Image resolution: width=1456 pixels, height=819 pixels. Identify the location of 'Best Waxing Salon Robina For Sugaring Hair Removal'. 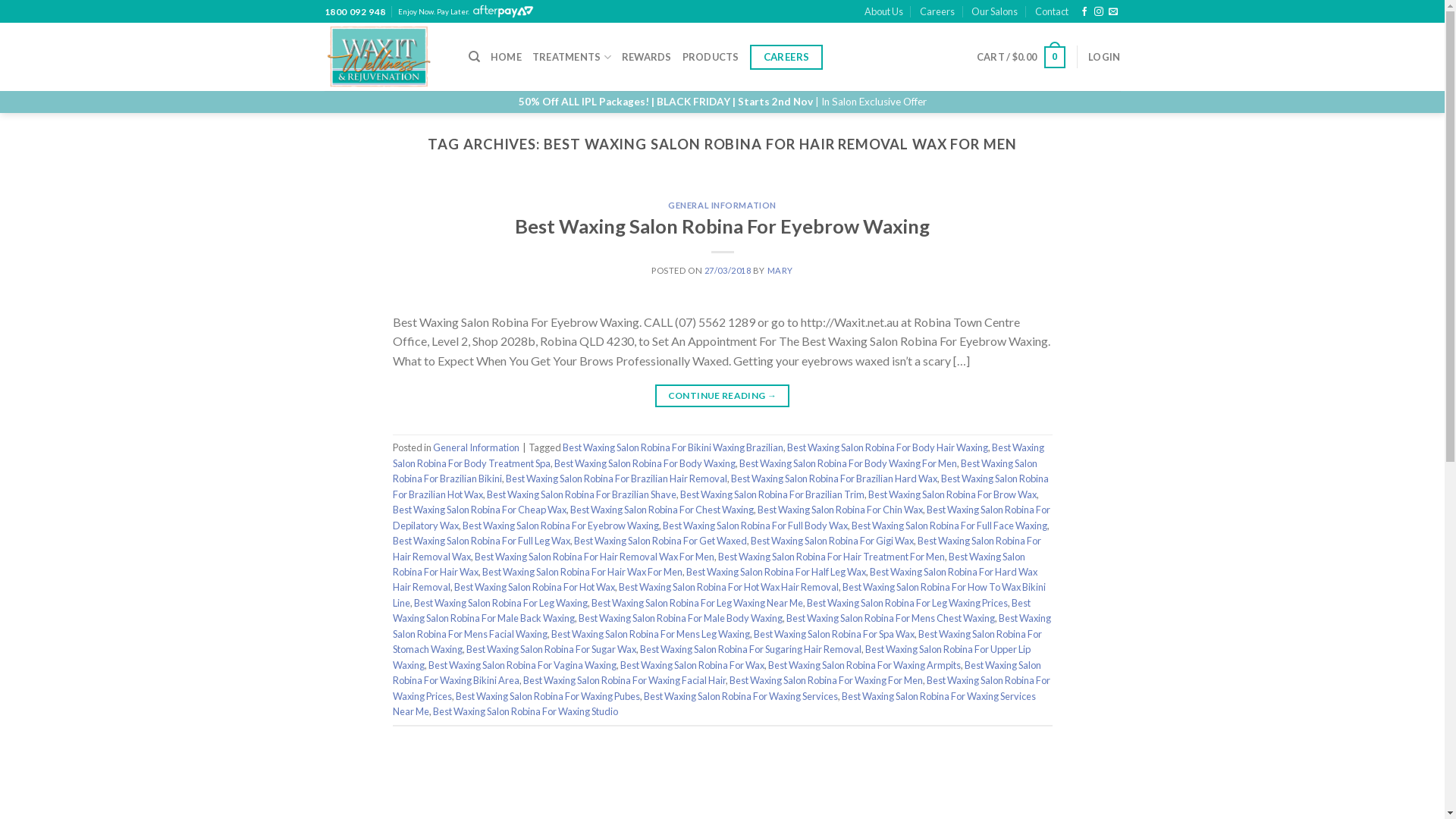
(750, 648).